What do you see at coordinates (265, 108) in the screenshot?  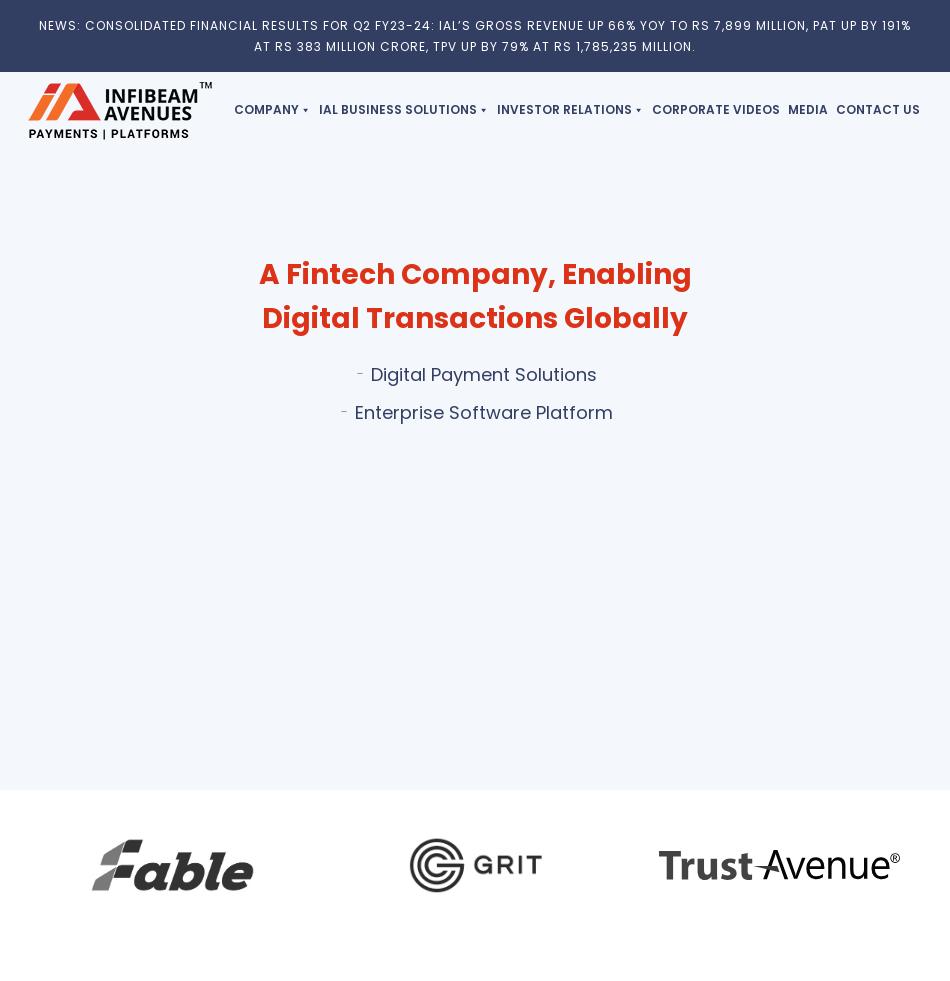 I see `'Company'` at bounding box center [265, 108].